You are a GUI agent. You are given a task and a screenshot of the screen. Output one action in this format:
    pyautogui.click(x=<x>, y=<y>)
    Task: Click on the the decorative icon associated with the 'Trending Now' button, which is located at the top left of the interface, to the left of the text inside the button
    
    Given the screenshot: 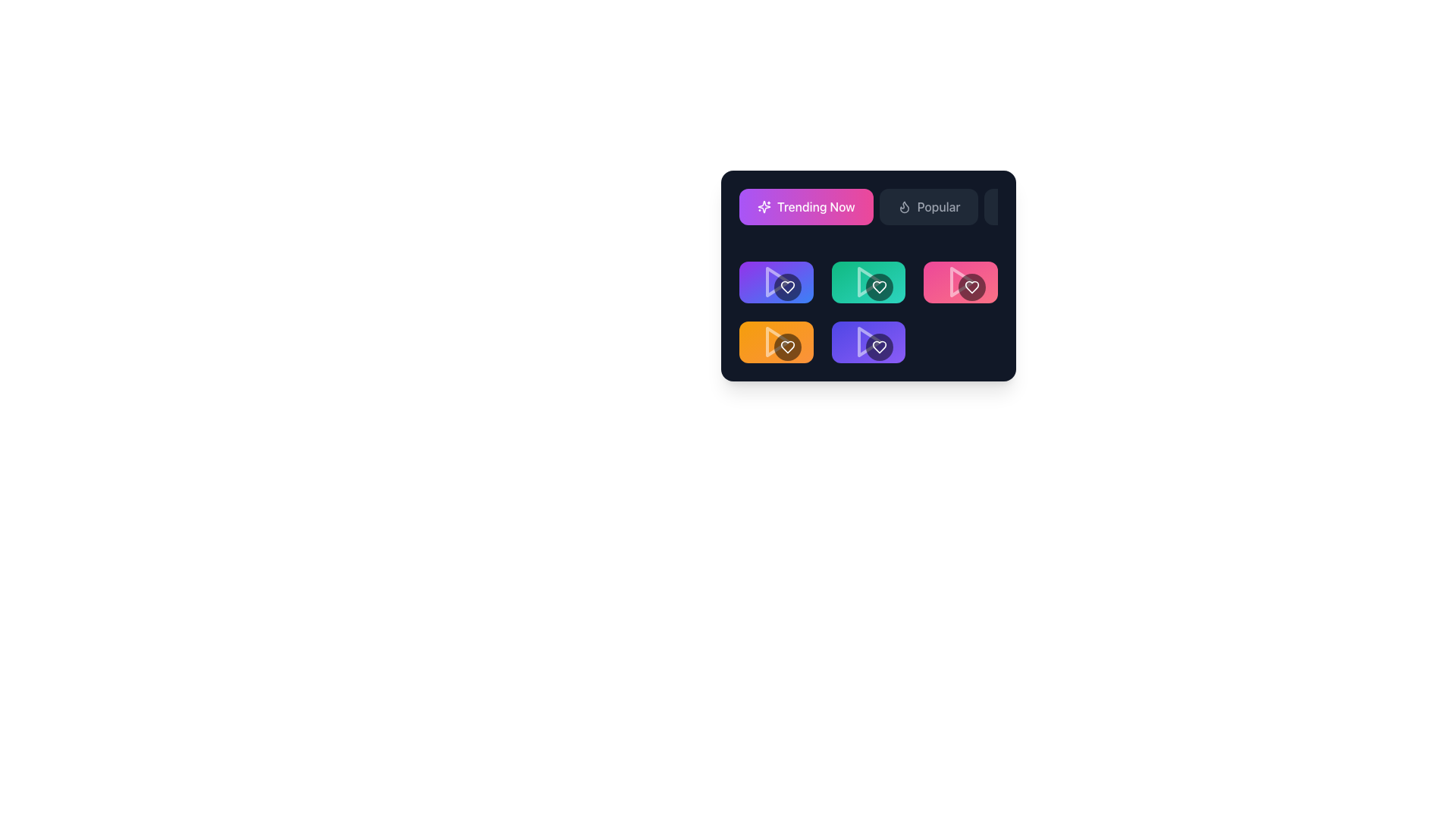 What is the action you would take?
    pyautogui.click(x=764, y=207)
    